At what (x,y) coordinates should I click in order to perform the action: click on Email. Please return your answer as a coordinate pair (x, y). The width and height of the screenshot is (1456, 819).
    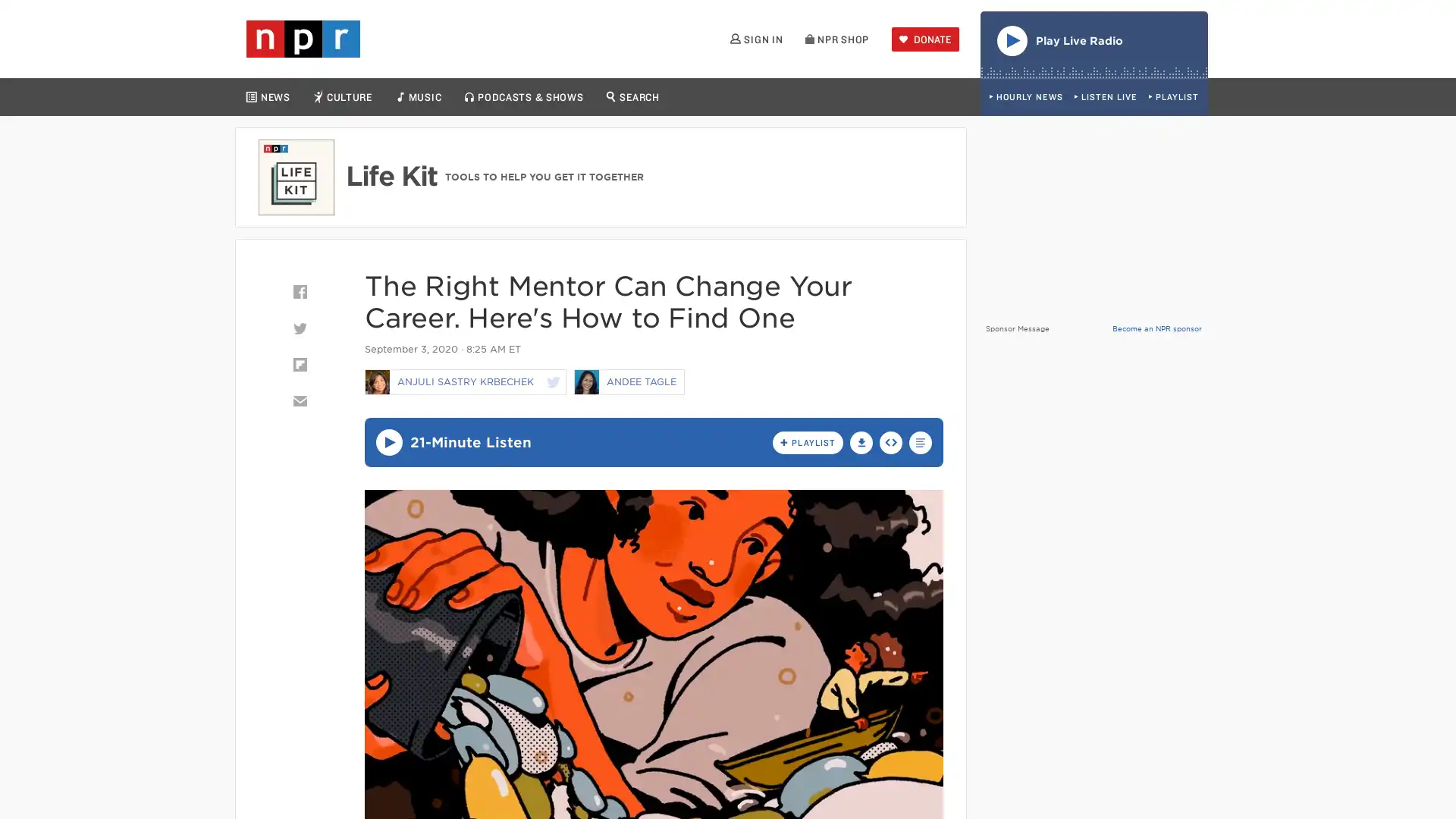
    Looking at the image, I should click on (299, 400).